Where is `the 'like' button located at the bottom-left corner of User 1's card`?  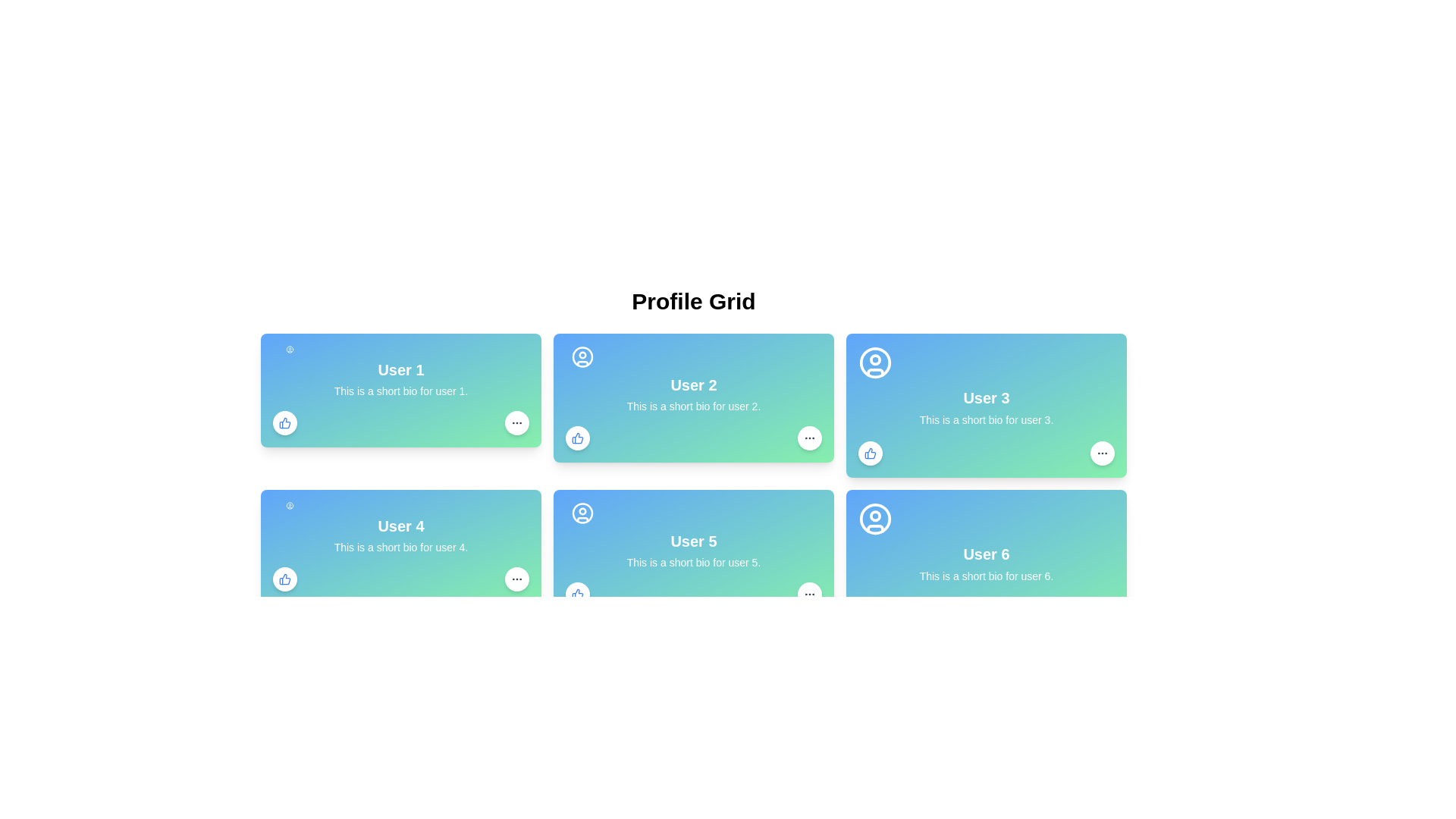 the 'like' button located at the bottom-left corner of User 1's card is located at coordinates (284, 423).